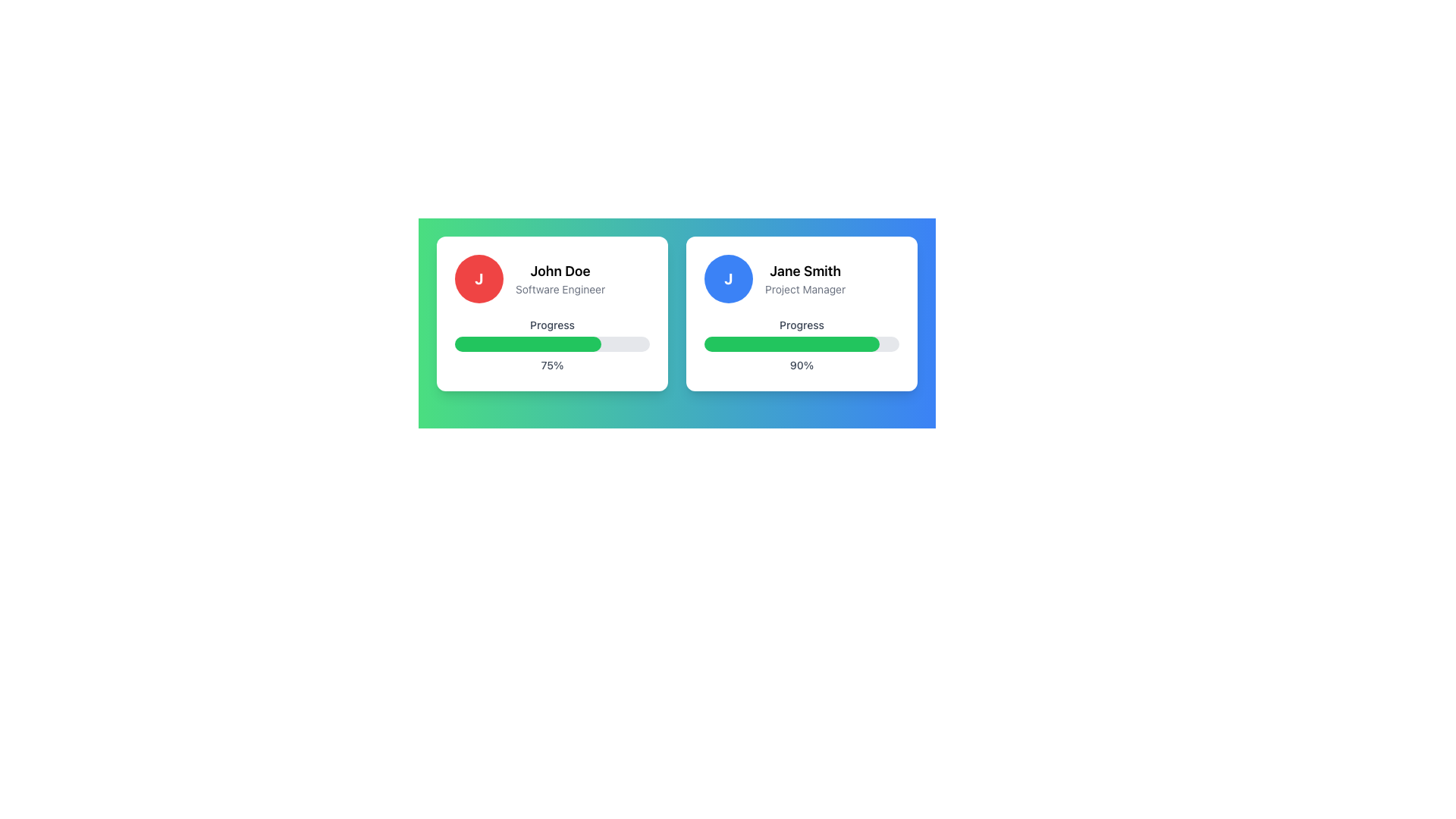  Describe the element at coordinates (805, 289) in the screenshot. I see `the static text label indicating the professional title 'Project Manager' associated with user 'Jane Smith', which is located beneath the name within the card` at that location.